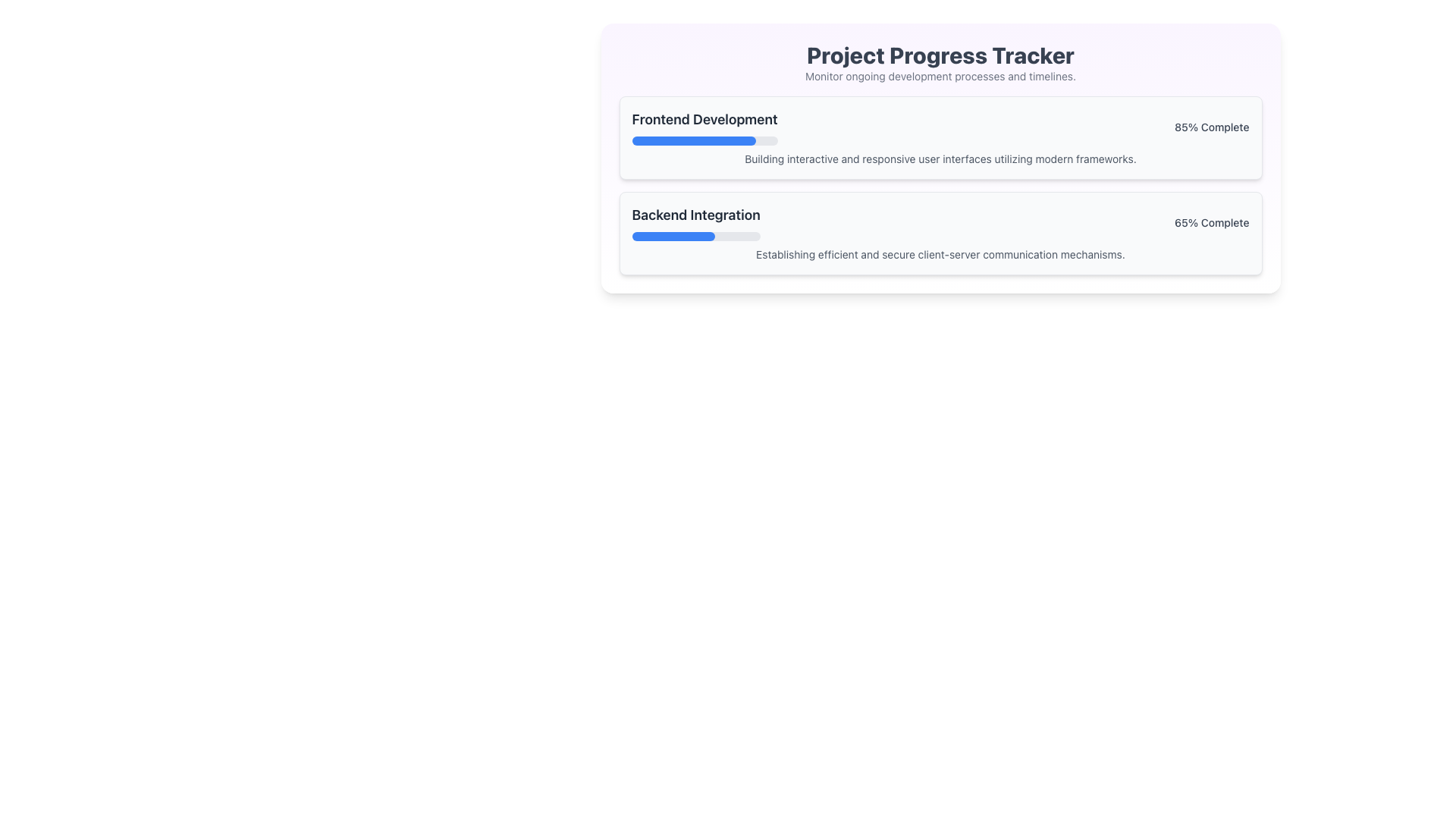 The width and height of the screenshot is (1456, 819). I want to click on the small gray text label reading 'Monitor ongoing development processes and timelines' located below the header 'Project Progress Tracker', so click(940, 76).